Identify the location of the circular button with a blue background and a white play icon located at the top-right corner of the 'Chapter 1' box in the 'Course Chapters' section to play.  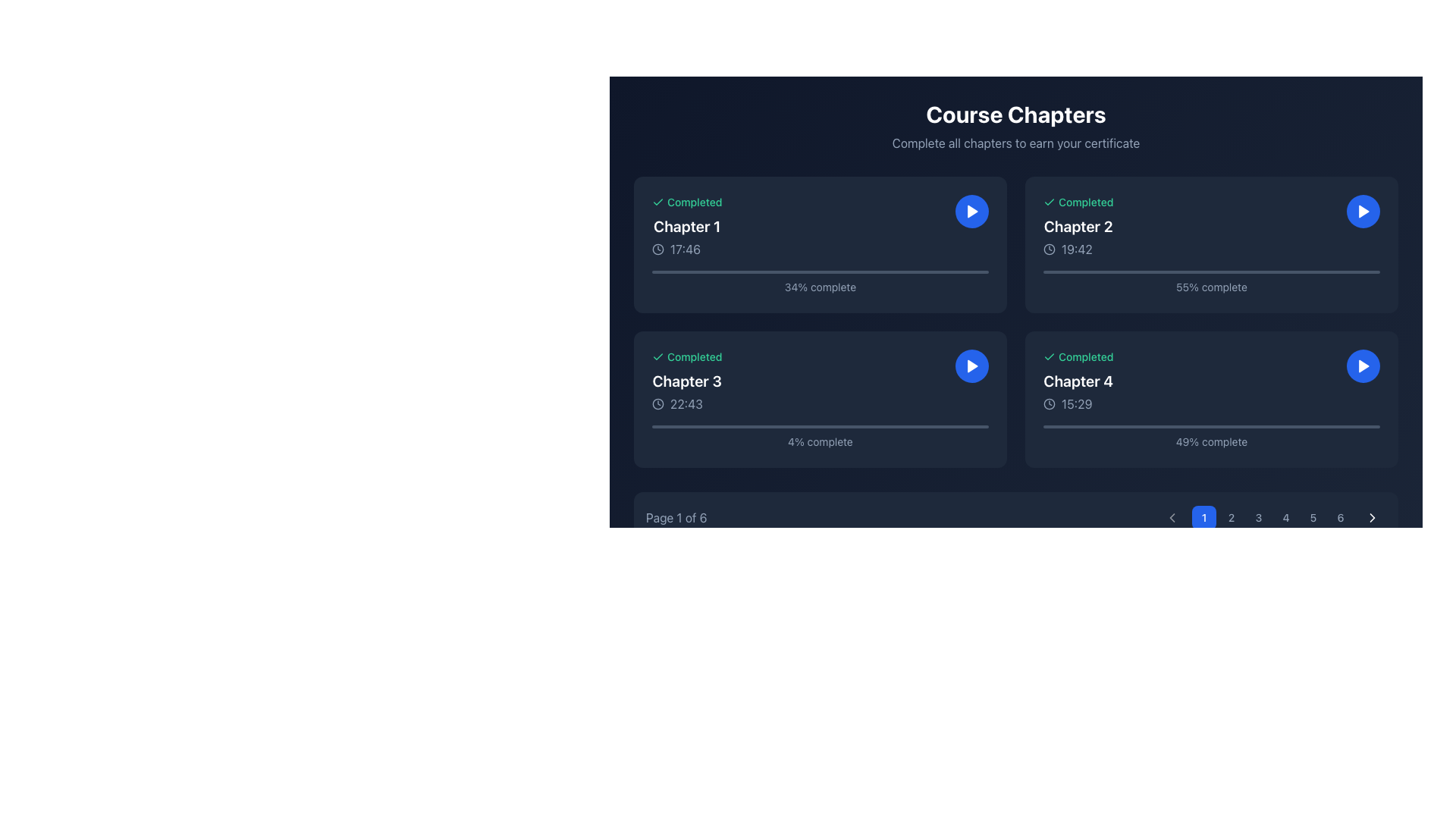
(971, 211).